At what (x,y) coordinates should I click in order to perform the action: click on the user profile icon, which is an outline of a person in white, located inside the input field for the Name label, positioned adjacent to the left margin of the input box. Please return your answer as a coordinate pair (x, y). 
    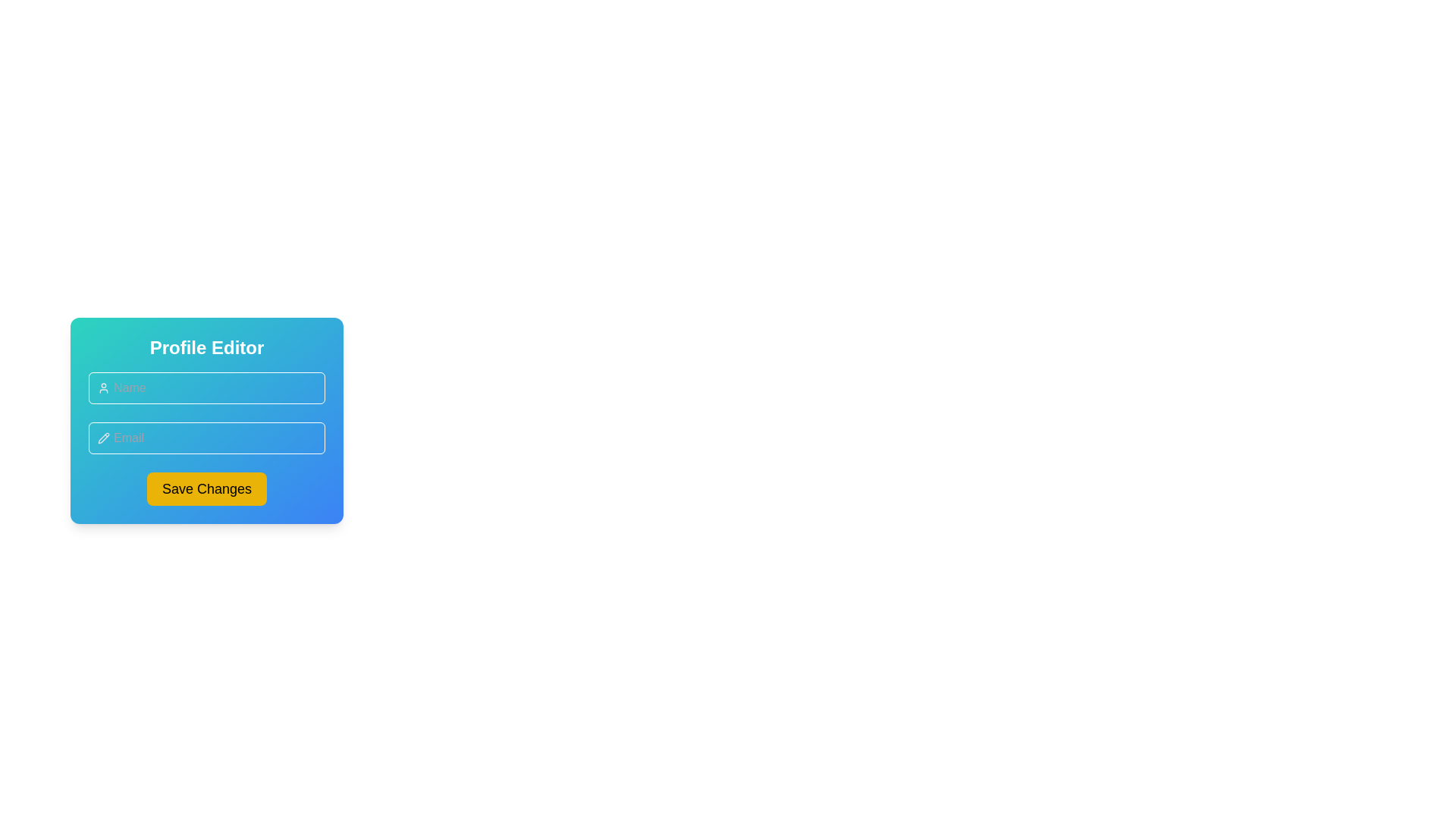
    Looking at the image, I should click on (103, 388).